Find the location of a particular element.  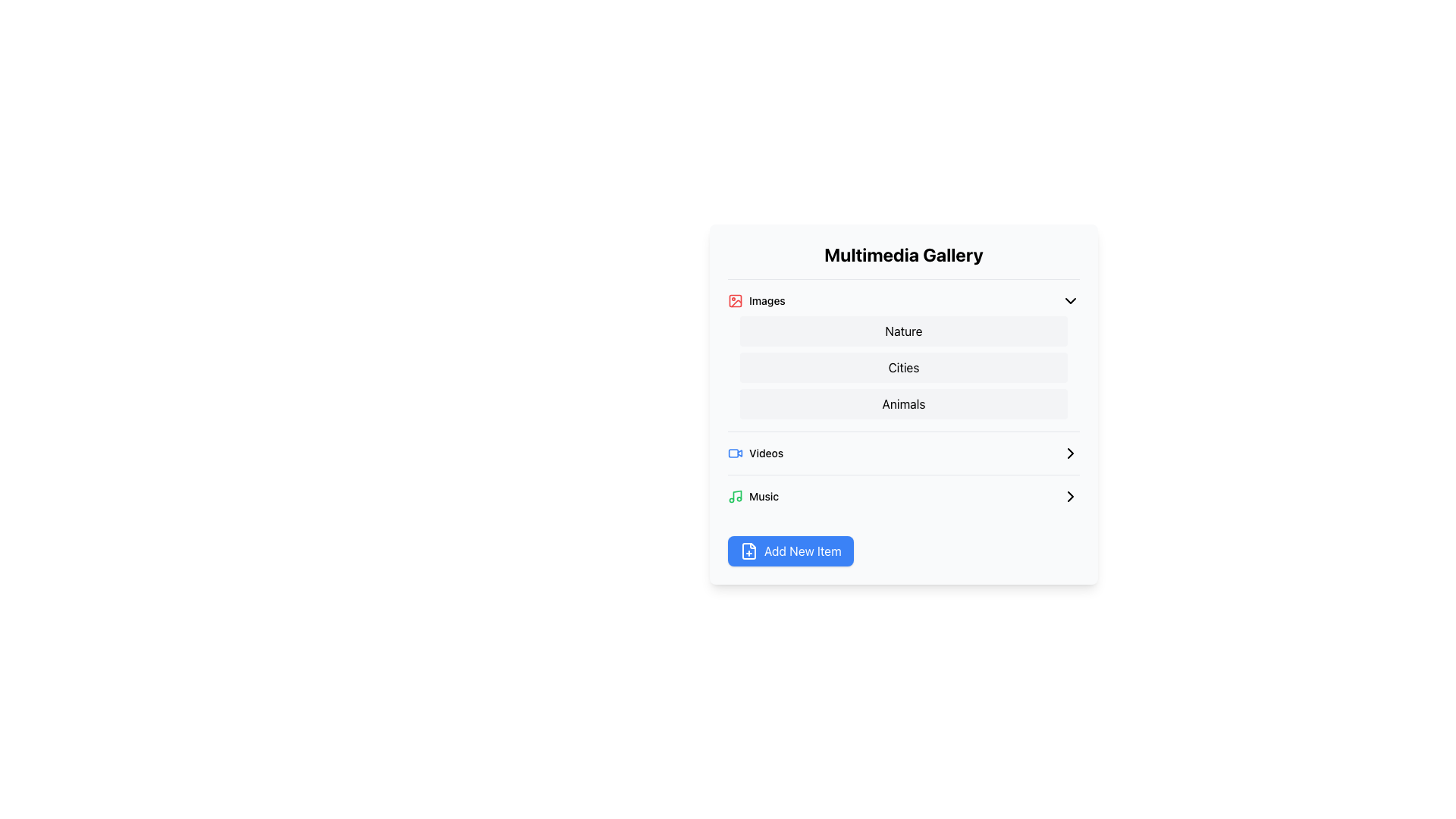

the category rows in the multimedia gallery panel is located at coordinates (903, 403).